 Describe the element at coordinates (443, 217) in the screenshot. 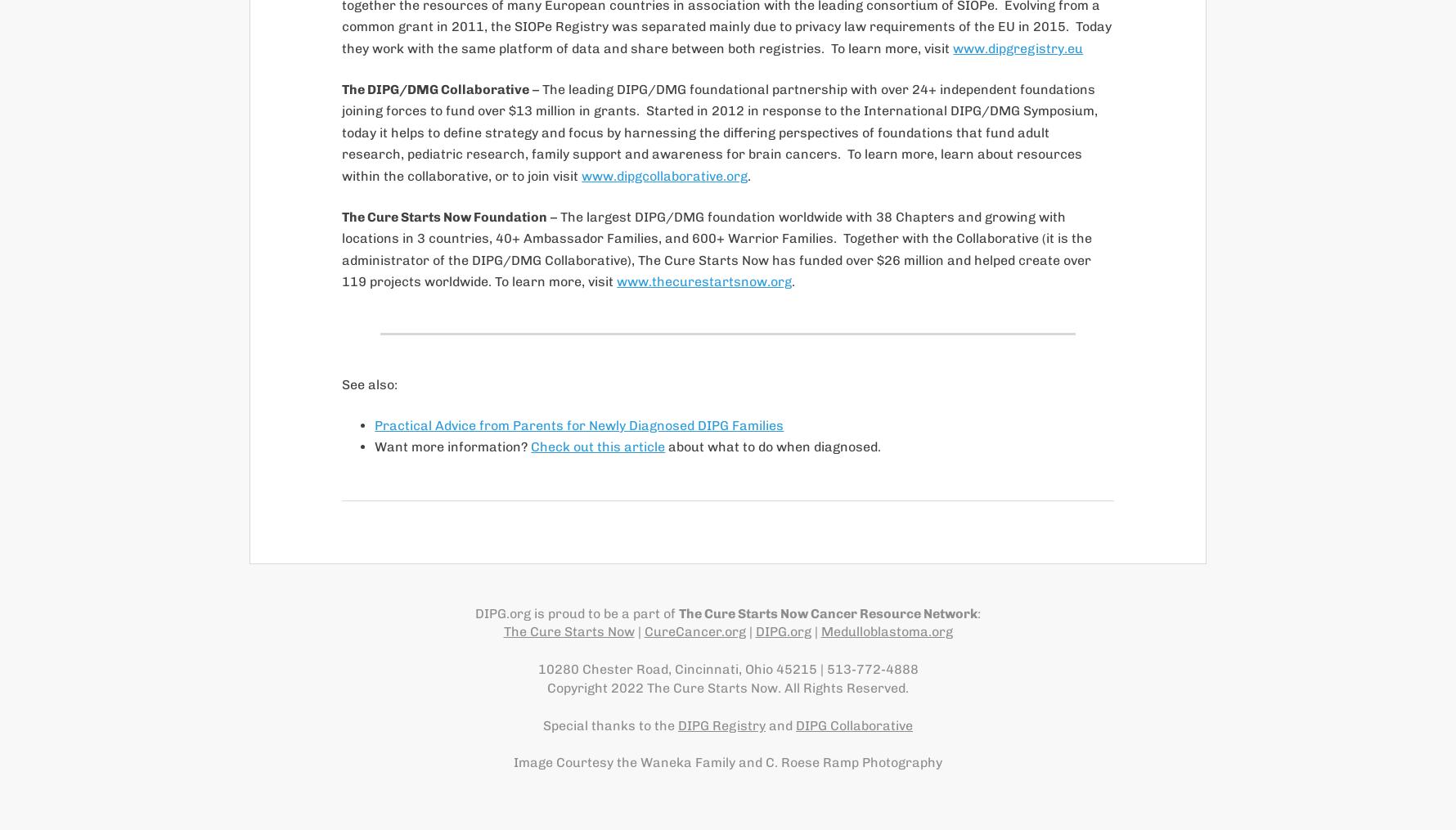

I see `'The Cure Starts Now Foundation'` at that location.